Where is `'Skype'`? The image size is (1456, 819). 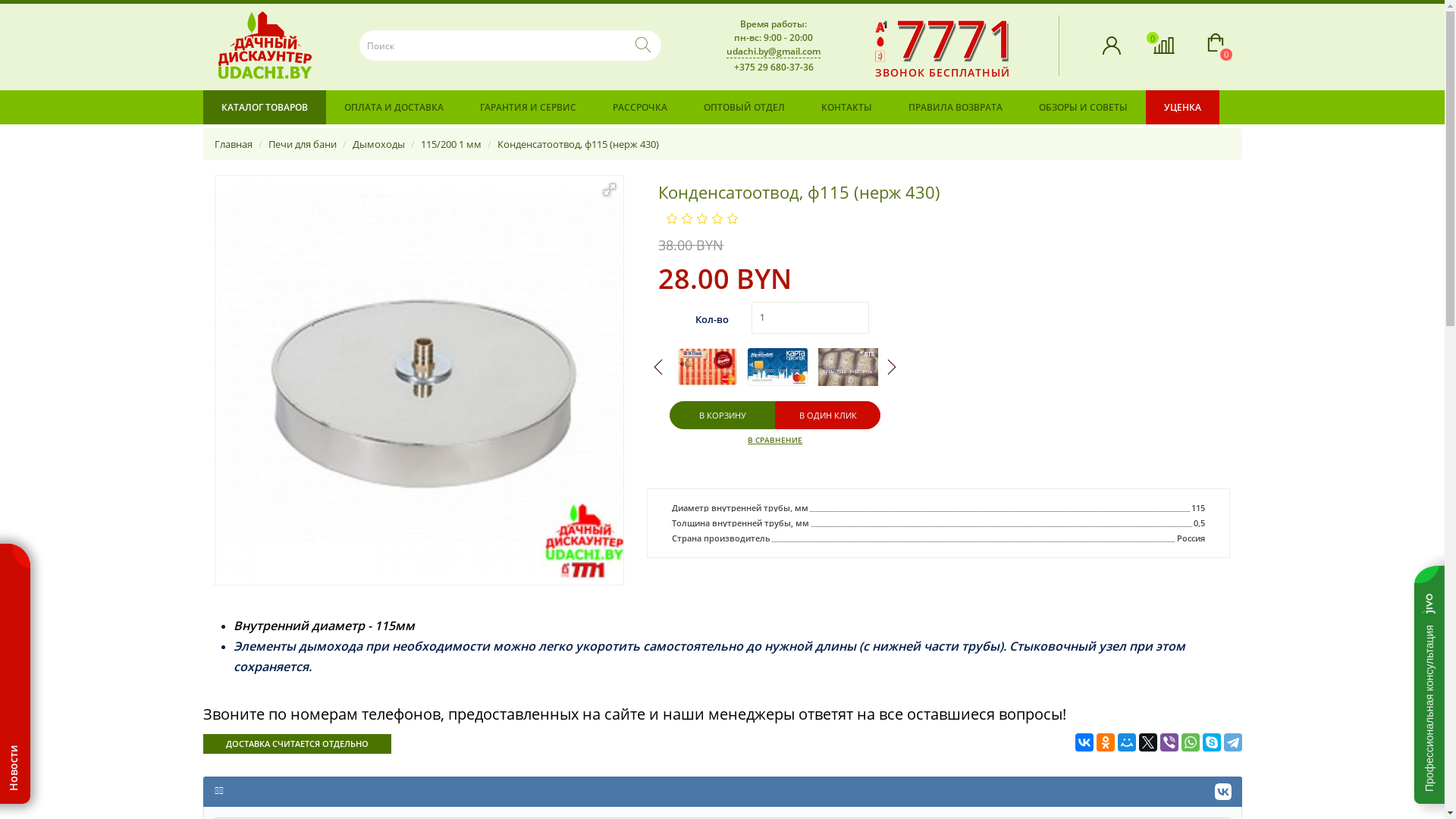
'Skype' is located at coordinates (1211, 742).